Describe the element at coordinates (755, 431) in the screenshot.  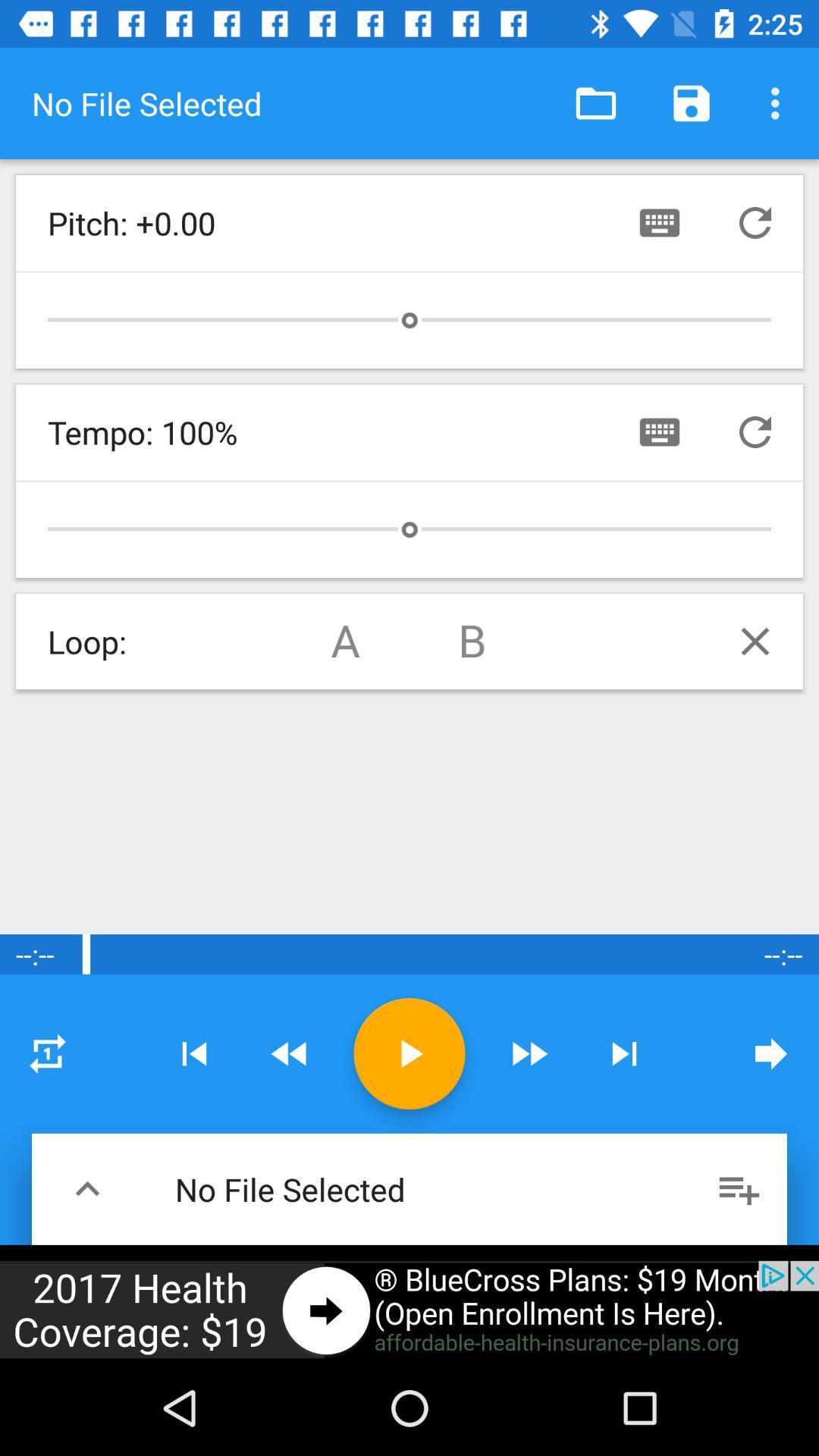
I see `reload` at that location.